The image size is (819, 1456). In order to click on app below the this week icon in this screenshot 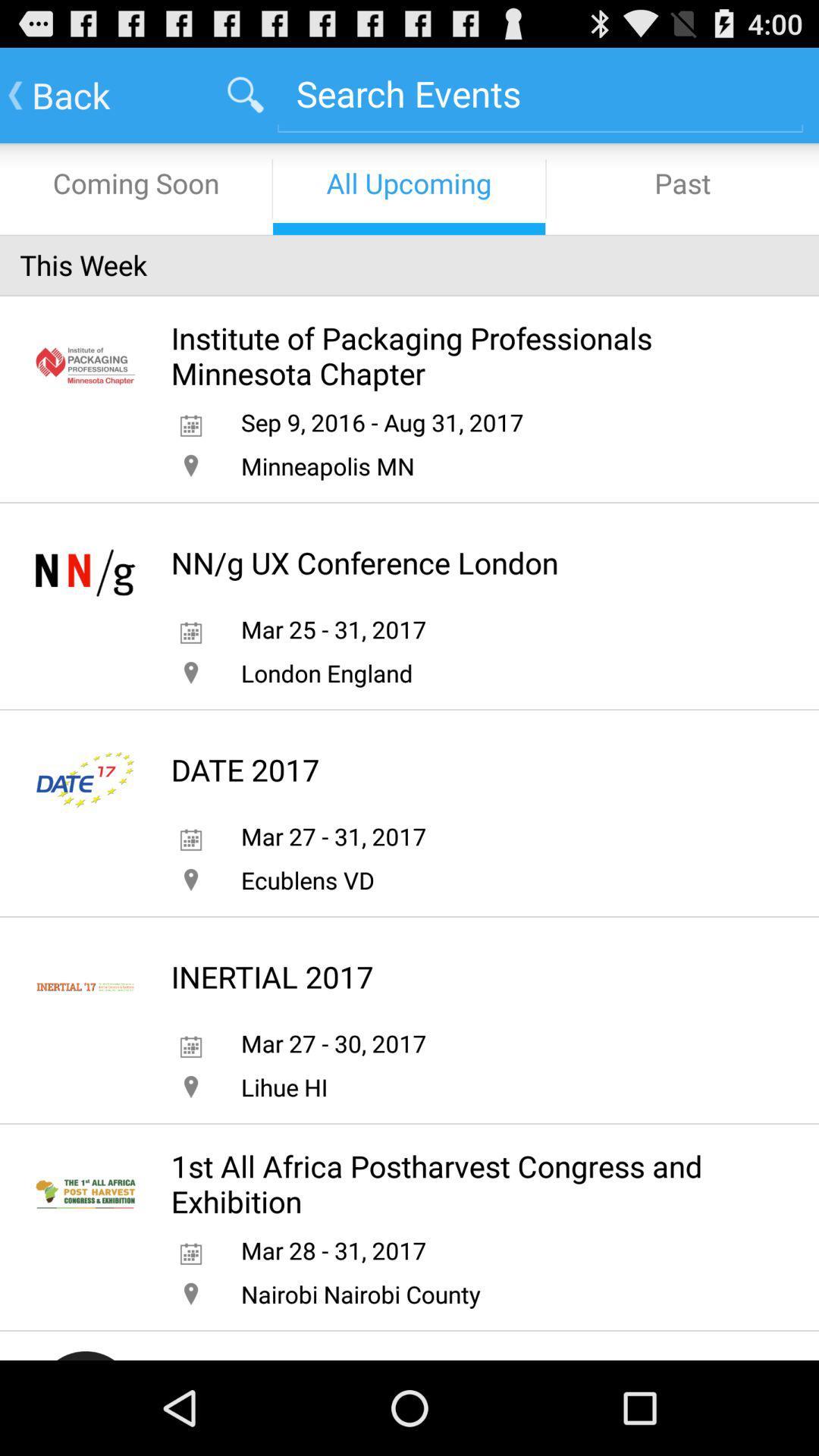, I will do `click(462, 355)`.